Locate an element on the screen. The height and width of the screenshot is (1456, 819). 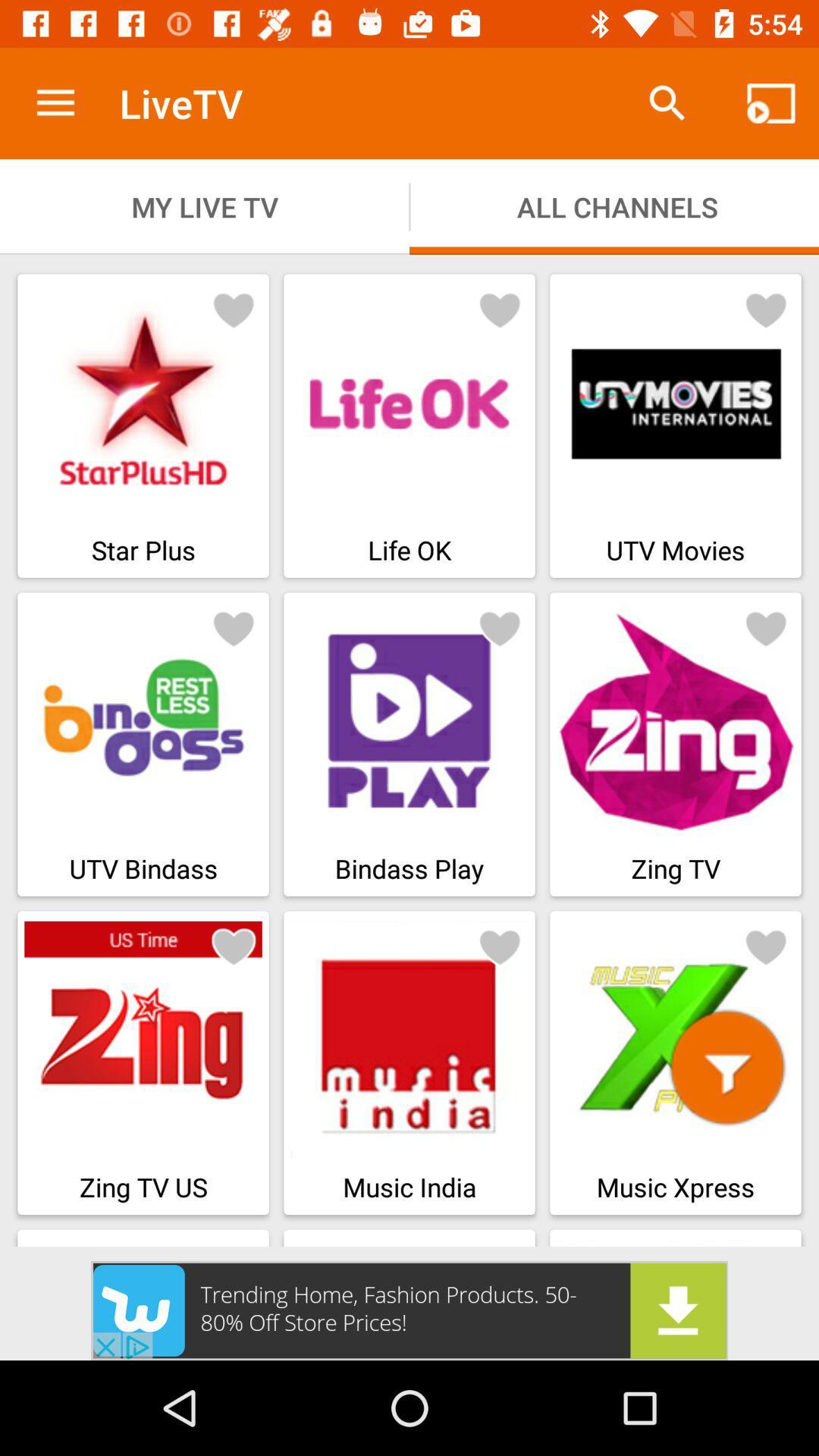
like is located at coordinates (766, 628).